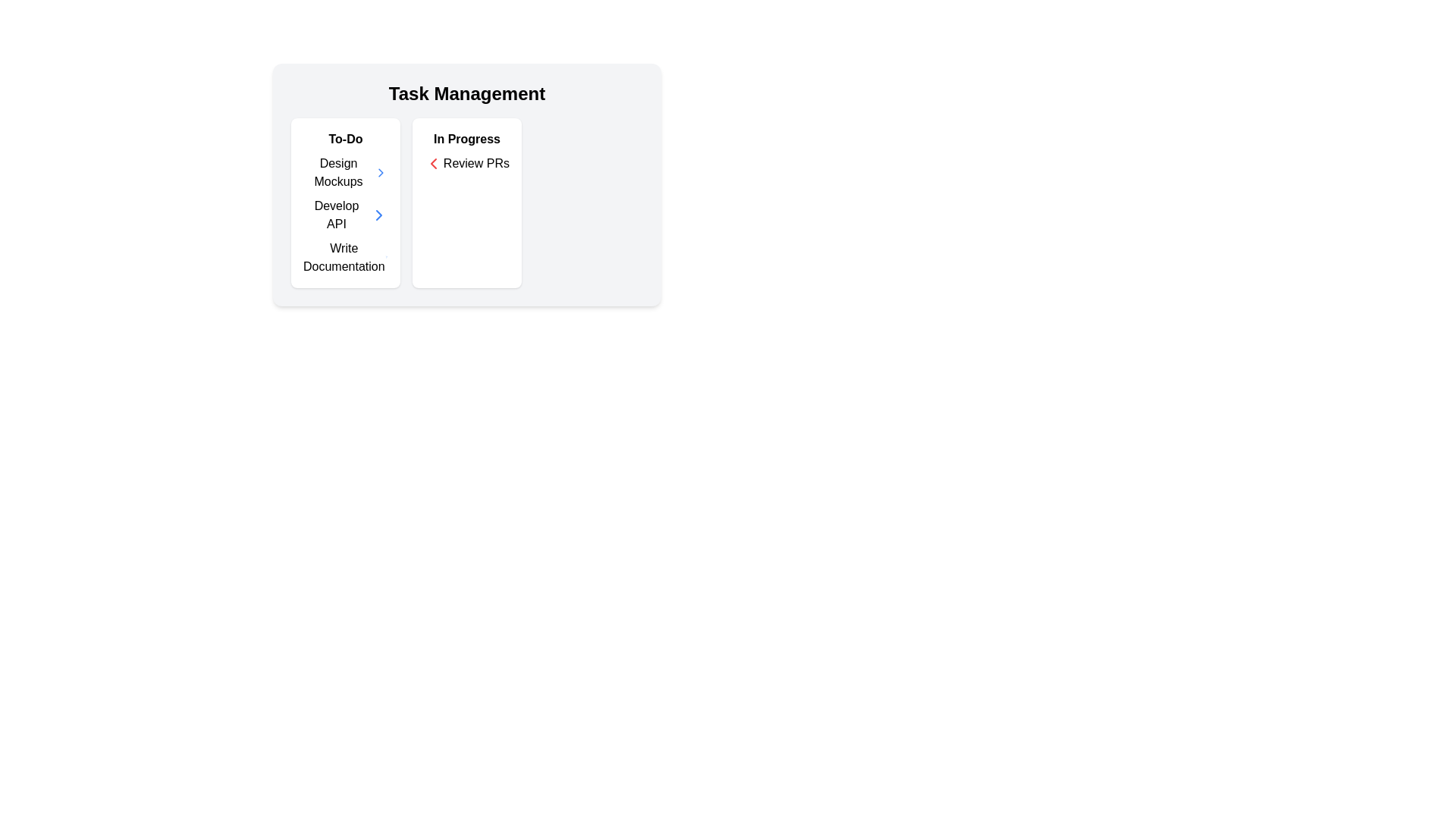 This screenshot has height=819, width=1456. Describe the element at coordinates (343, 256) in the screenshot. I see `the text box displaying 'Write Documentation' in the bottom portion of the 'To-Do' column for potential interaction` at that location.